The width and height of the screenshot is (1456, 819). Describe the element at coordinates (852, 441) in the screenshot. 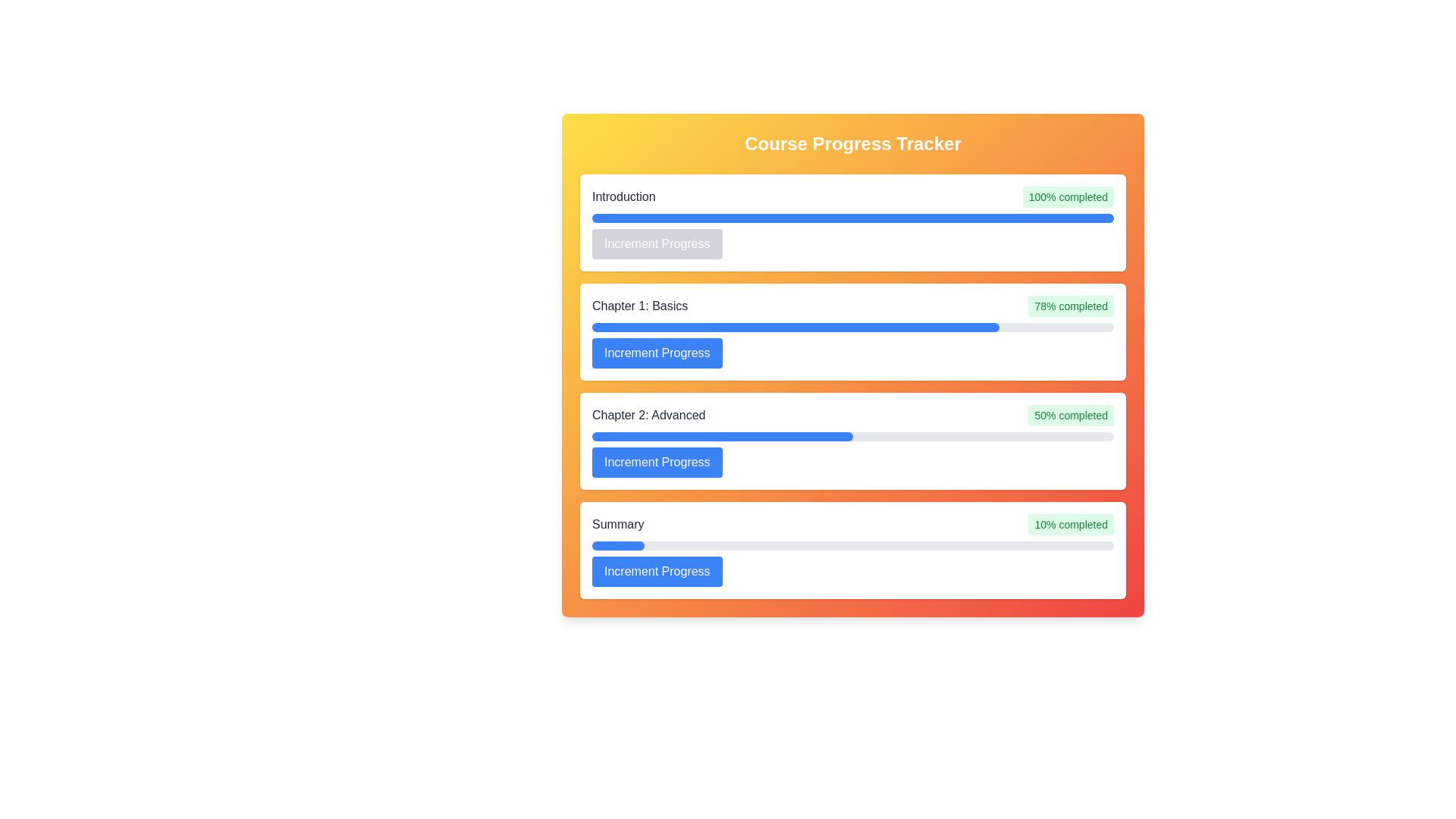

I see `progress details of the Chapter 2 card in the course tracker, which includes the chapter title, current progress percentage, and an 'Increment Progress' button` at that location.